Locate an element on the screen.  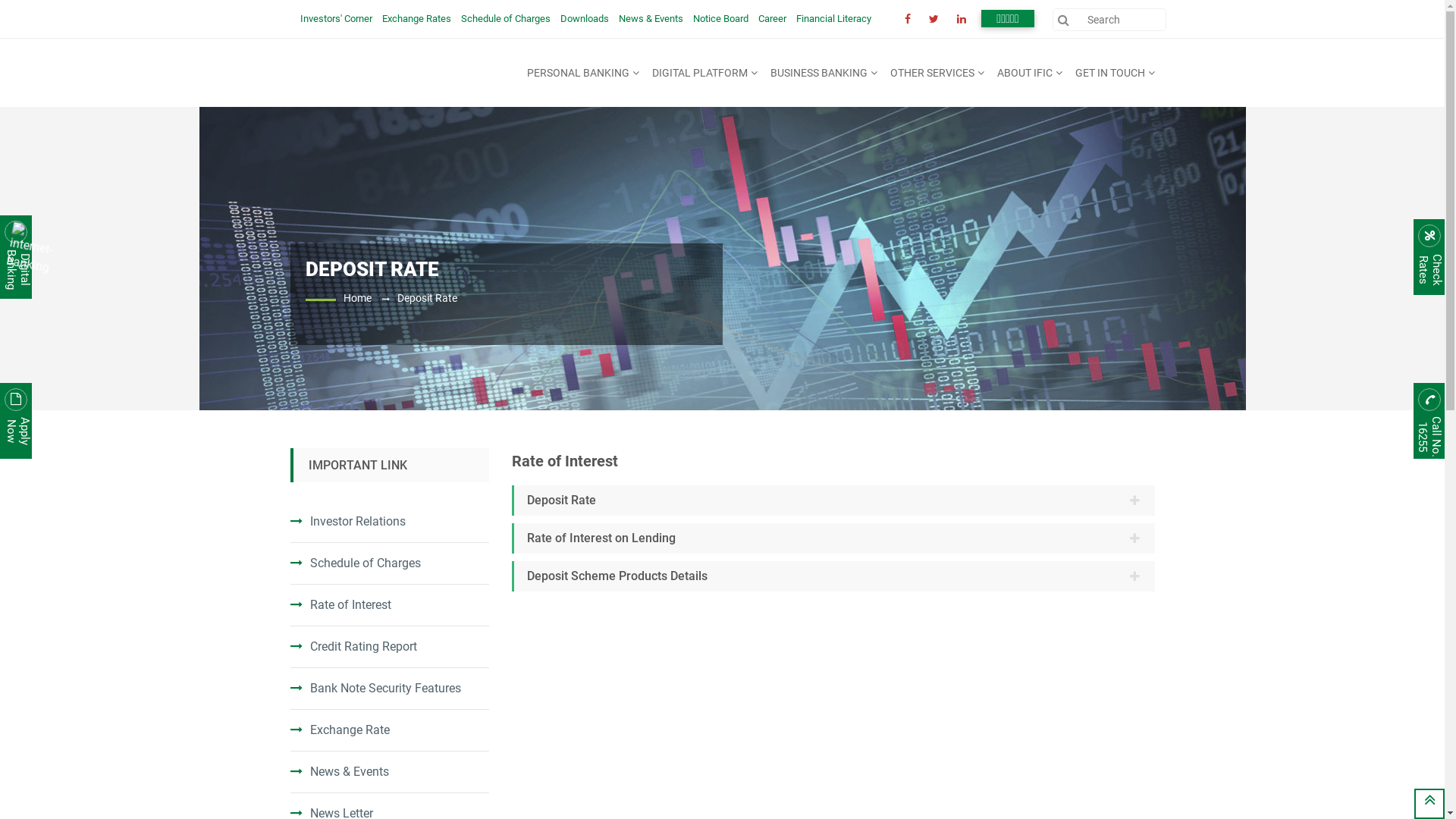
'OTHER SERVICES' is located at coordinates (937, 73).